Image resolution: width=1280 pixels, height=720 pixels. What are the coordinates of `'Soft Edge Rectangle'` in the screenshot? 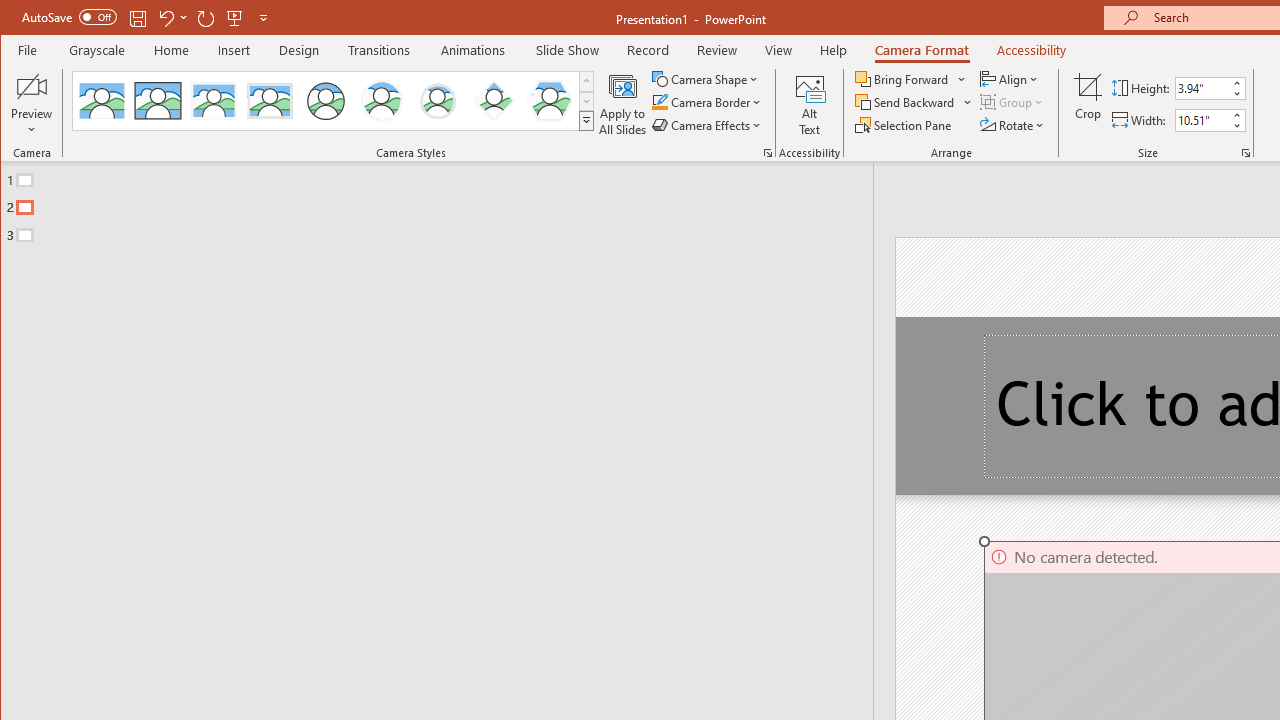 It's located at (269, 100).